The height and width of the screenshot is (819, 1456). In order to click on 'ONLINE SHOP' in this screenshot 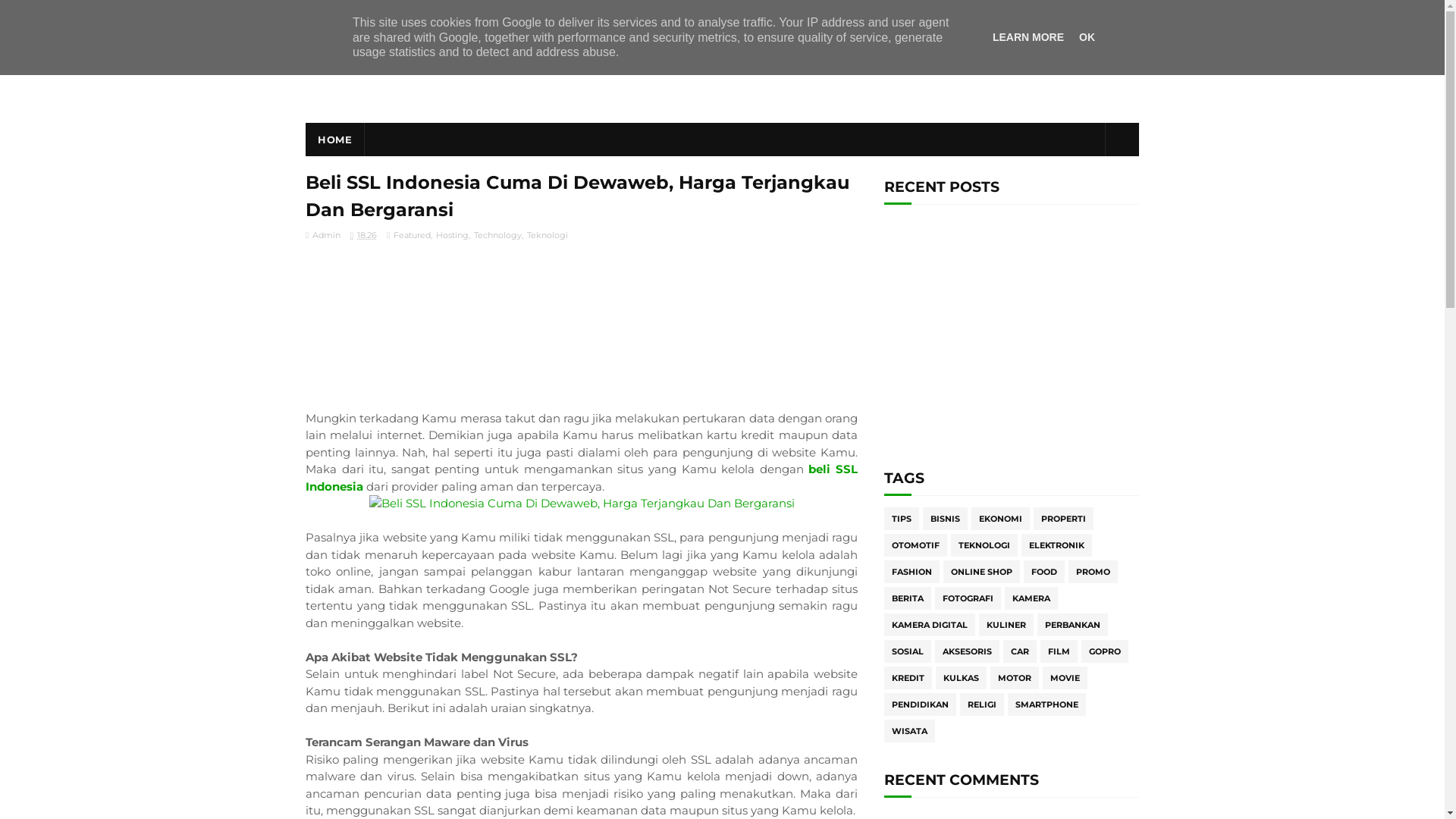, I will do `click(981, 571)`.